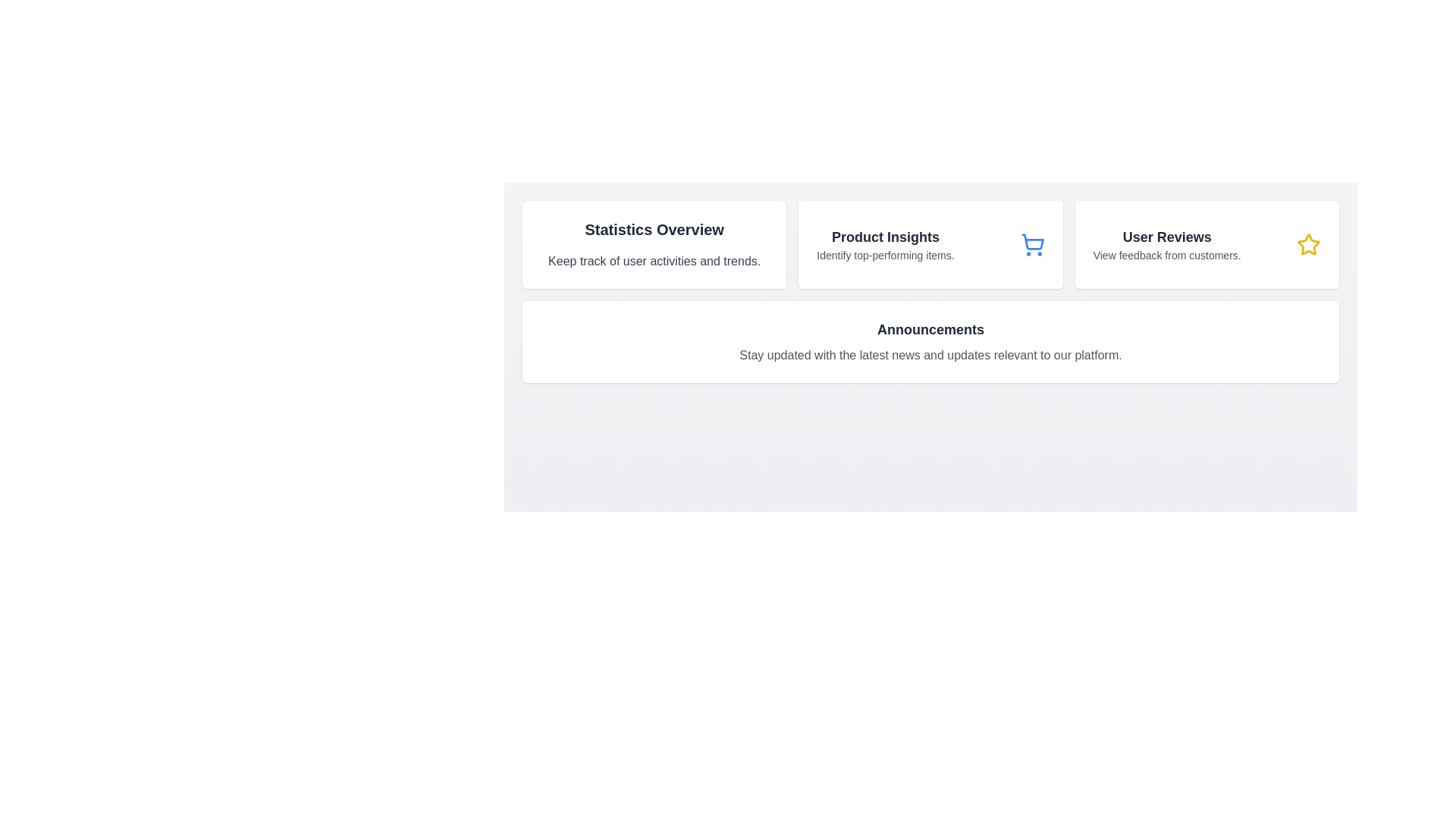  Describe the element at coordinates (1166, 244) in the screenshot. I see `information presented in the 'User Reviews' text block, which includes the bold title 'User Reviews' and the subtitle 'View feedback from customers.'` at that location.